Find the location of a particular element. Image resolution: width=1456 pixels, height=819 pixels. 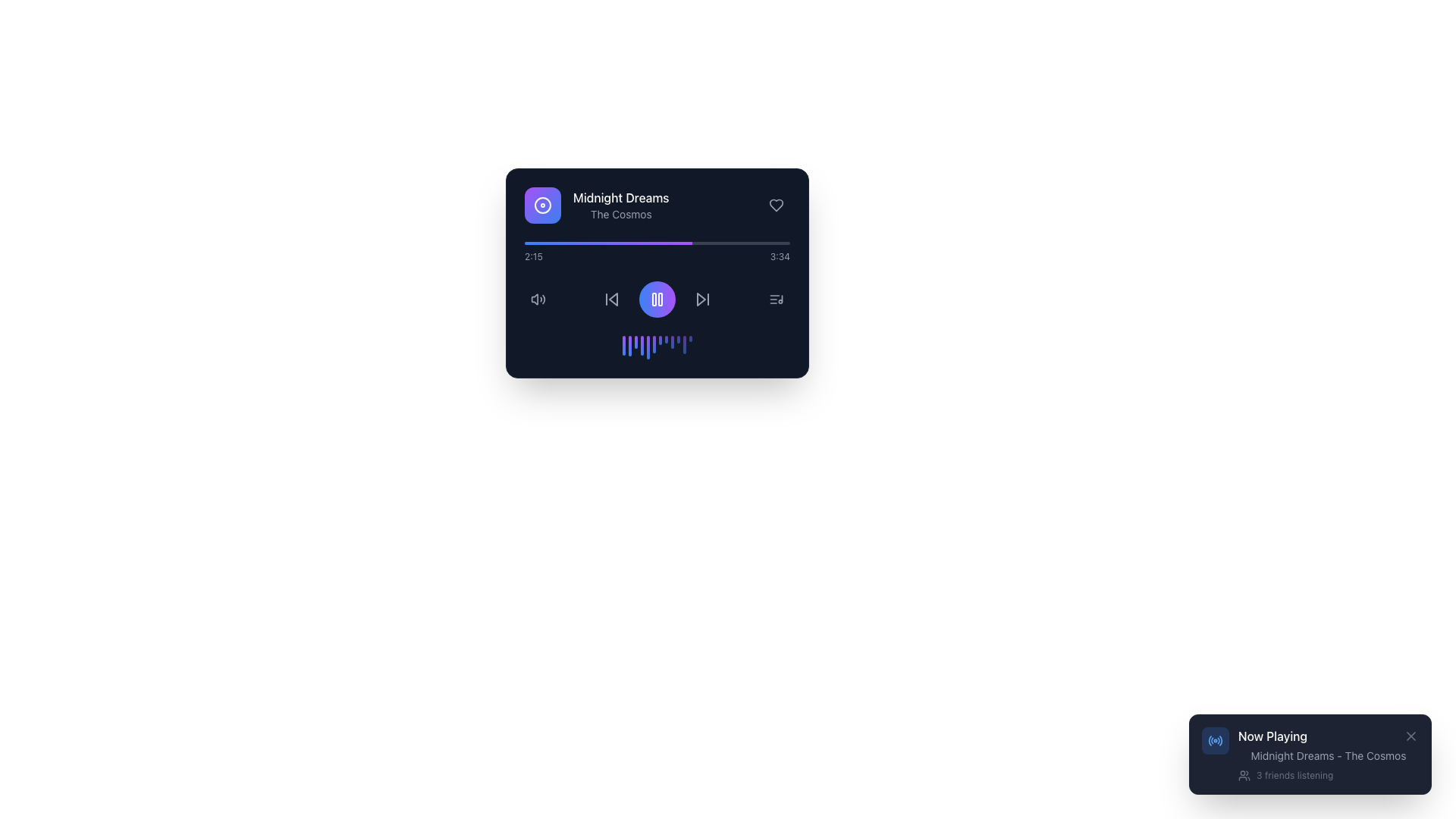

the heart-shaped icon in the upper-right corner of the music player interface to like the currently playing song is located at coordinates (776, 205).